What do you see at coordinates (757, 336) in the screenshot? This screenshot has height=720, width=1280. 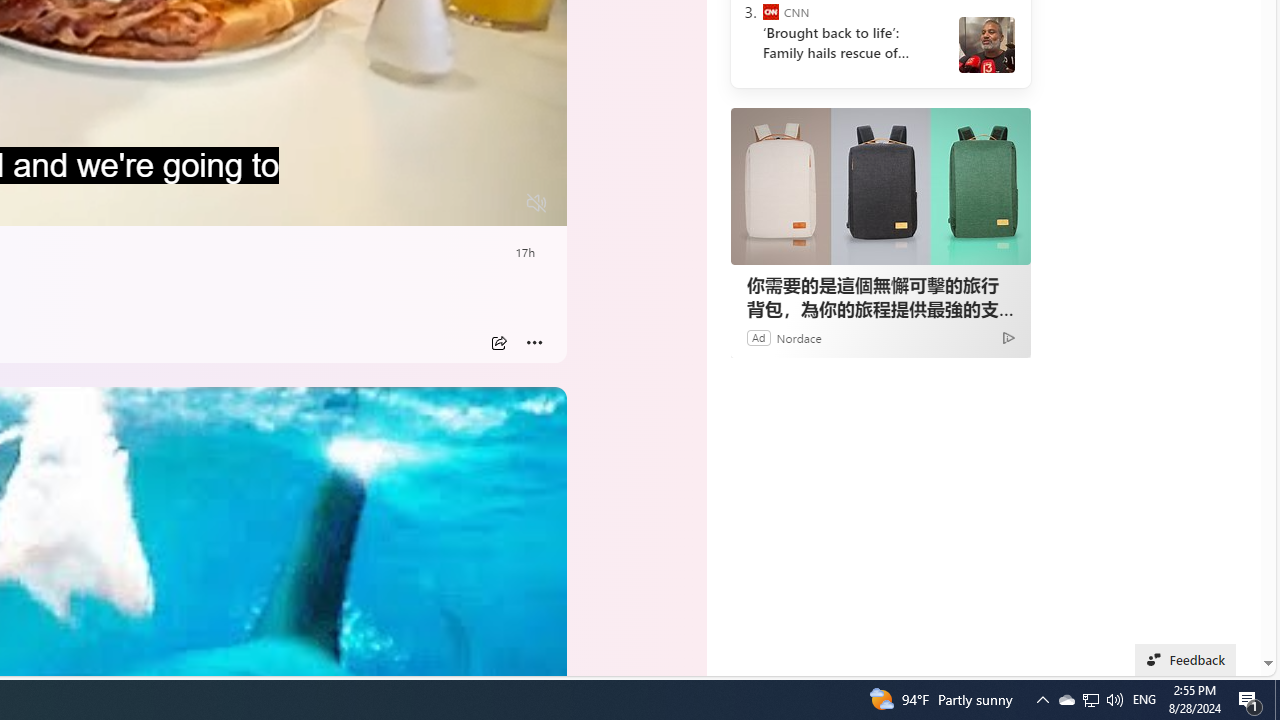 I see `'Ad'` at bounding box center [757, 336].